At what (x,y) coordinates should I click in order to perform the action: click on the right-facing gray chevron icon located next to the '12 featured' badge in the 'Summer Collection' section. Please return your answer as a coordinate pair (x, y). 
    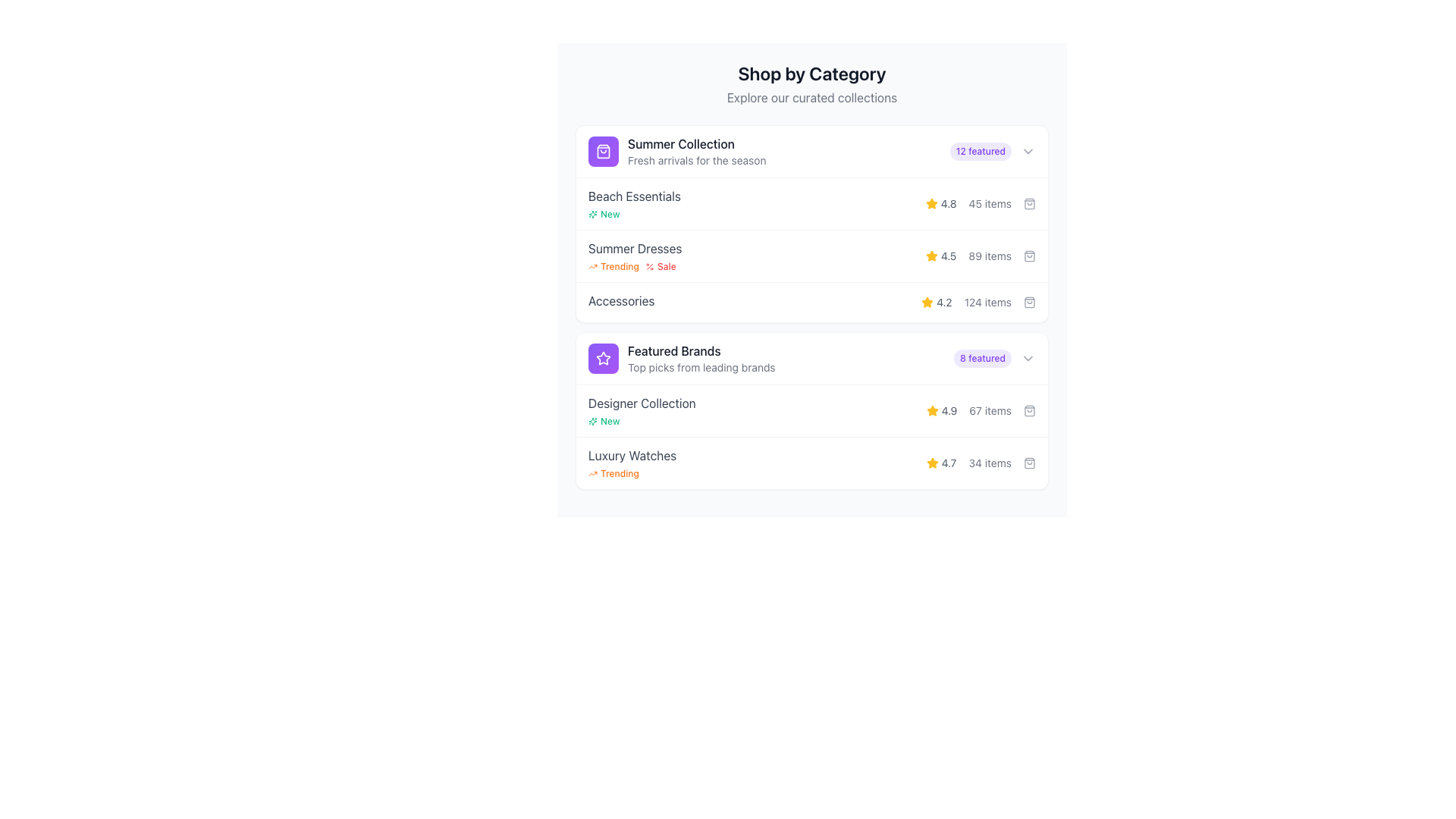
    Looking at the image, I should click on (1028, 152).